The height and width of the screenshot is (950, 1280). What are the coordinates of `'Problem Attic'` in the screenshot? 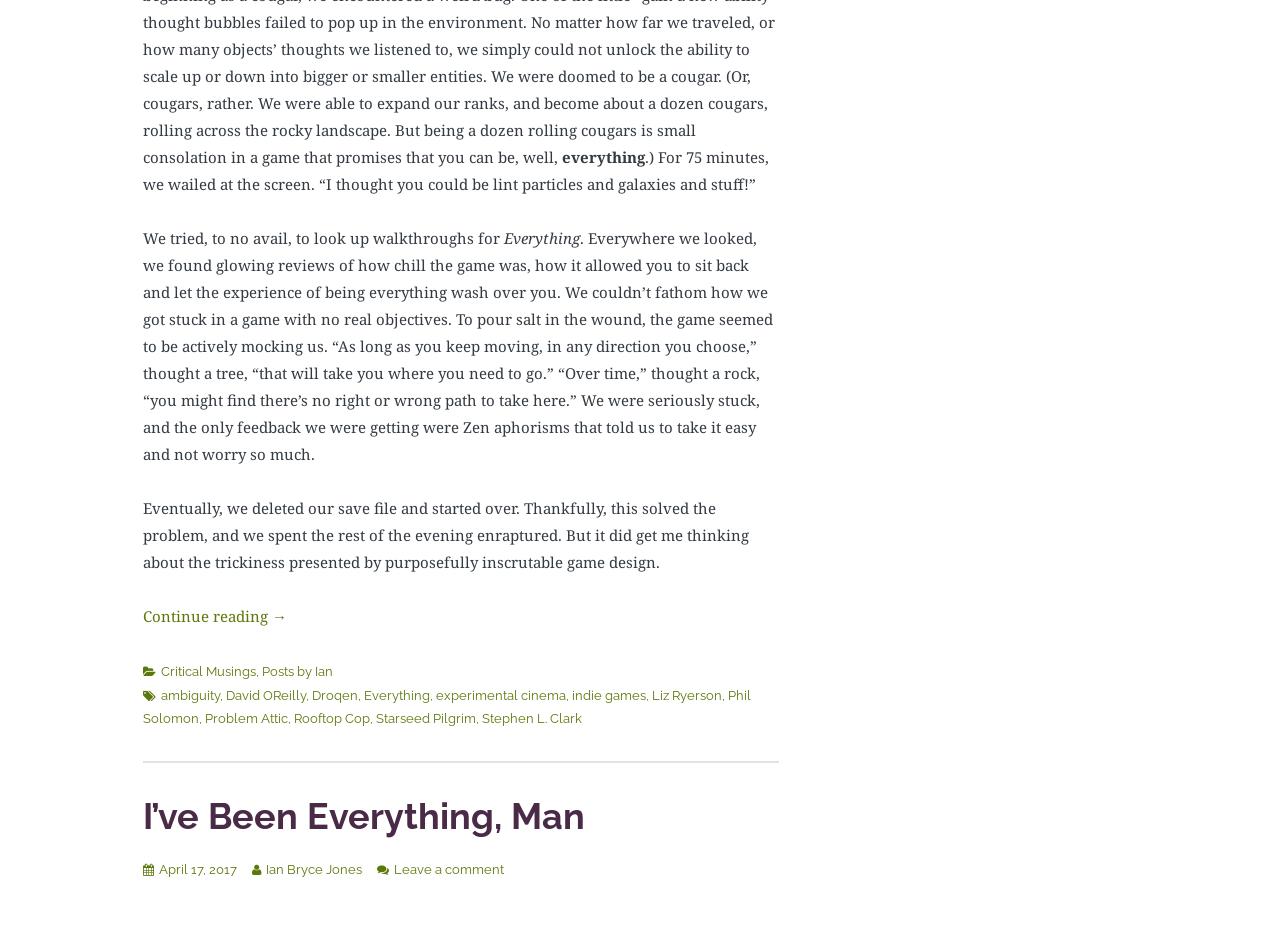 It's located at (245, 717).